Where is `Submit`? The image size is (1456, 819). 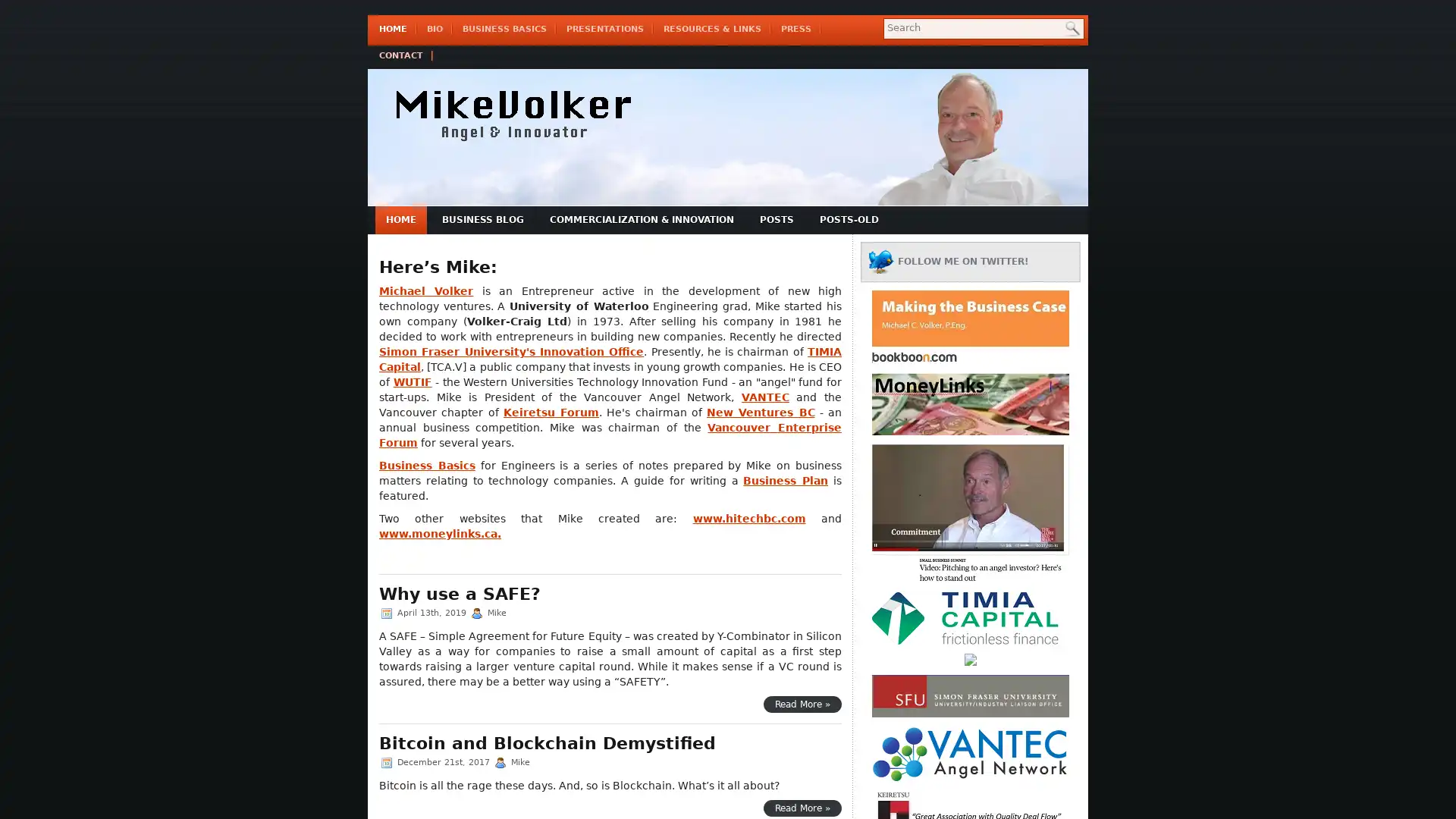
Submit is located at coordinates (1072, 32).